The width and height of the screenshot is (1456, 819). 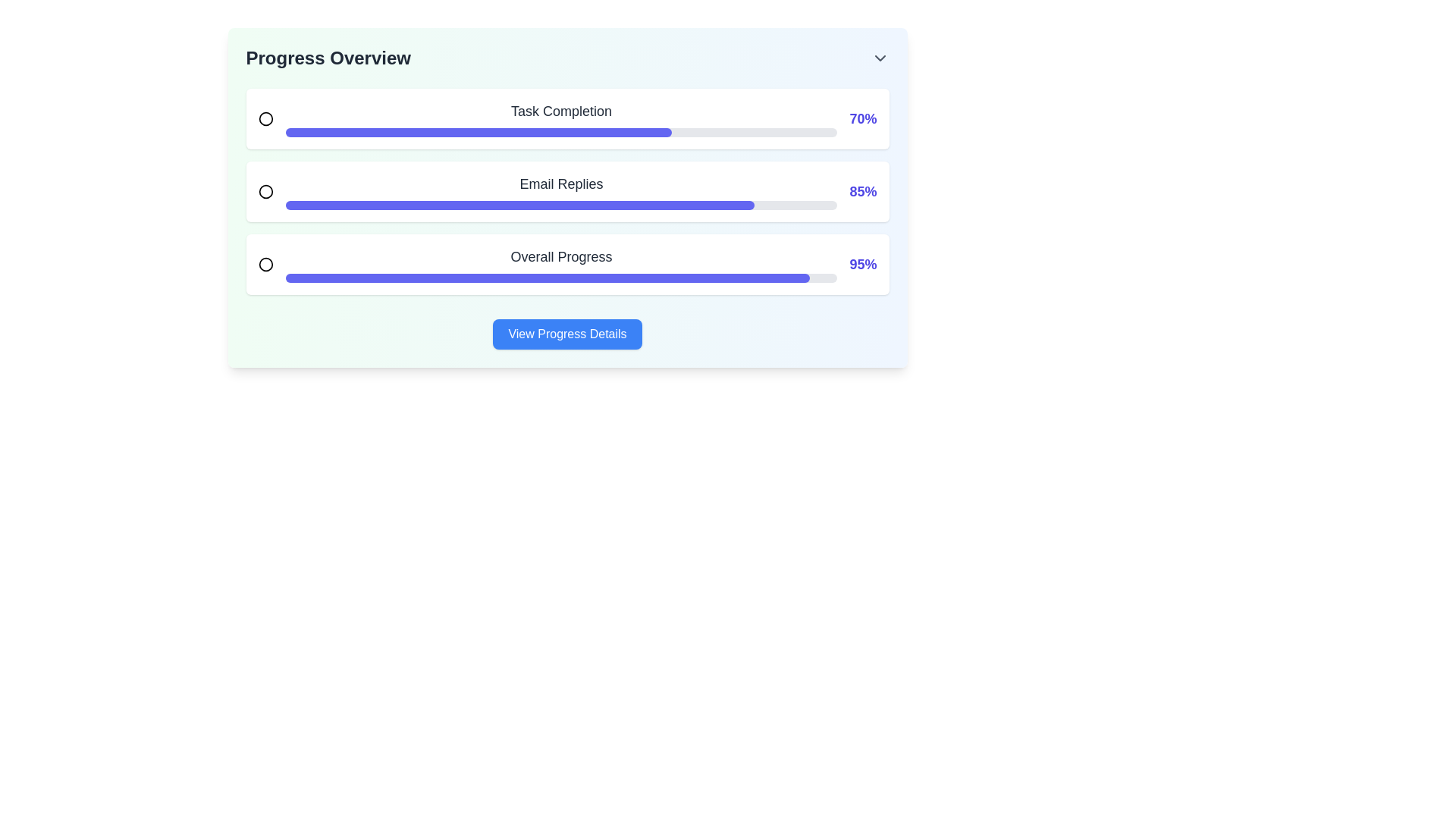 I want to click on the progress percentage of the 'Email Replies' progress bar, which shows 85% completion, so click(x=566, y=191).